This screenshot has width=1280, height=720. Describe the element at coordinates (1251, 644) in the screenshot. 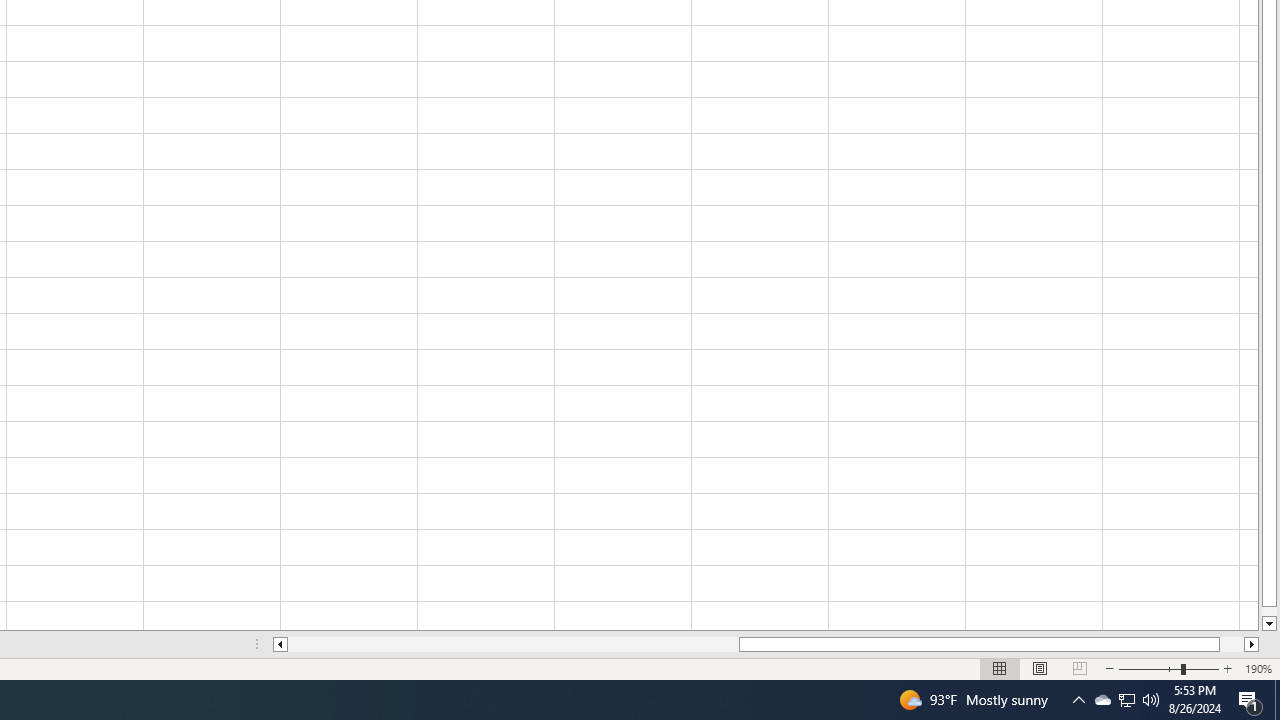

I see `'Column right'` at that location.